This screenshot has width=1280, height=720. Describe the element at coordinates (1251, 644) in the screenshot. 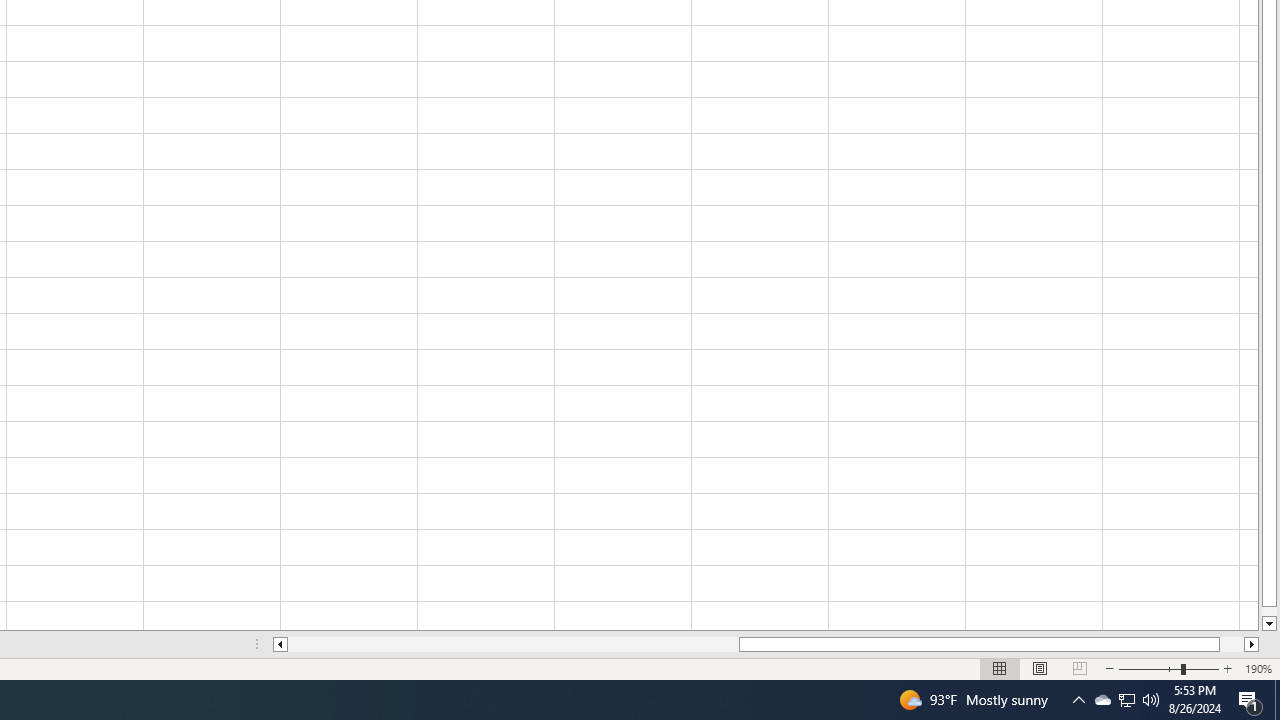

I see `'Column right'` at that location.